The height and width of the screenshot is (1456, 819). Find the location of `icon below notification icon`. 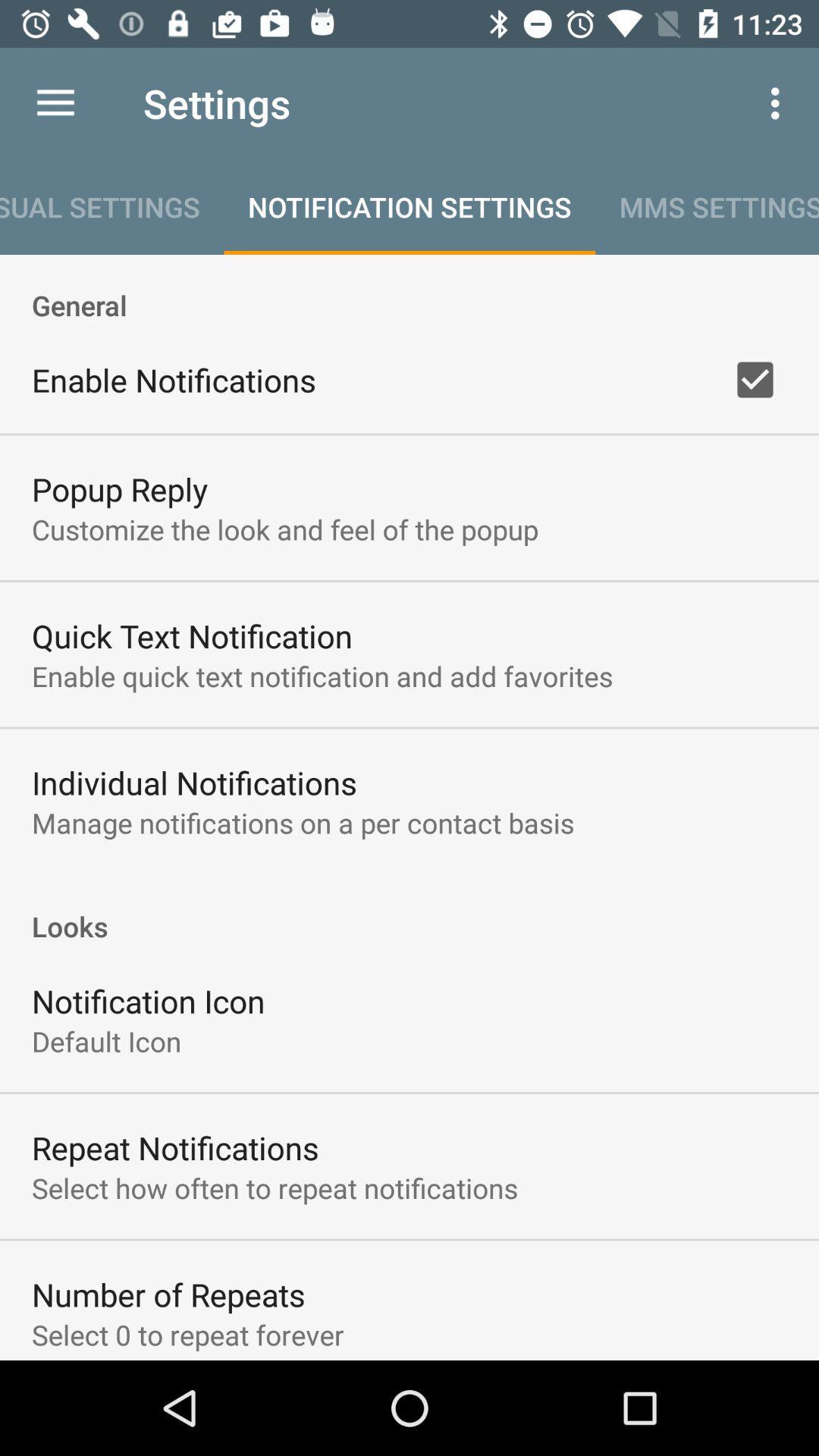

icon below notification icon is located at coordinates (105, 1040).